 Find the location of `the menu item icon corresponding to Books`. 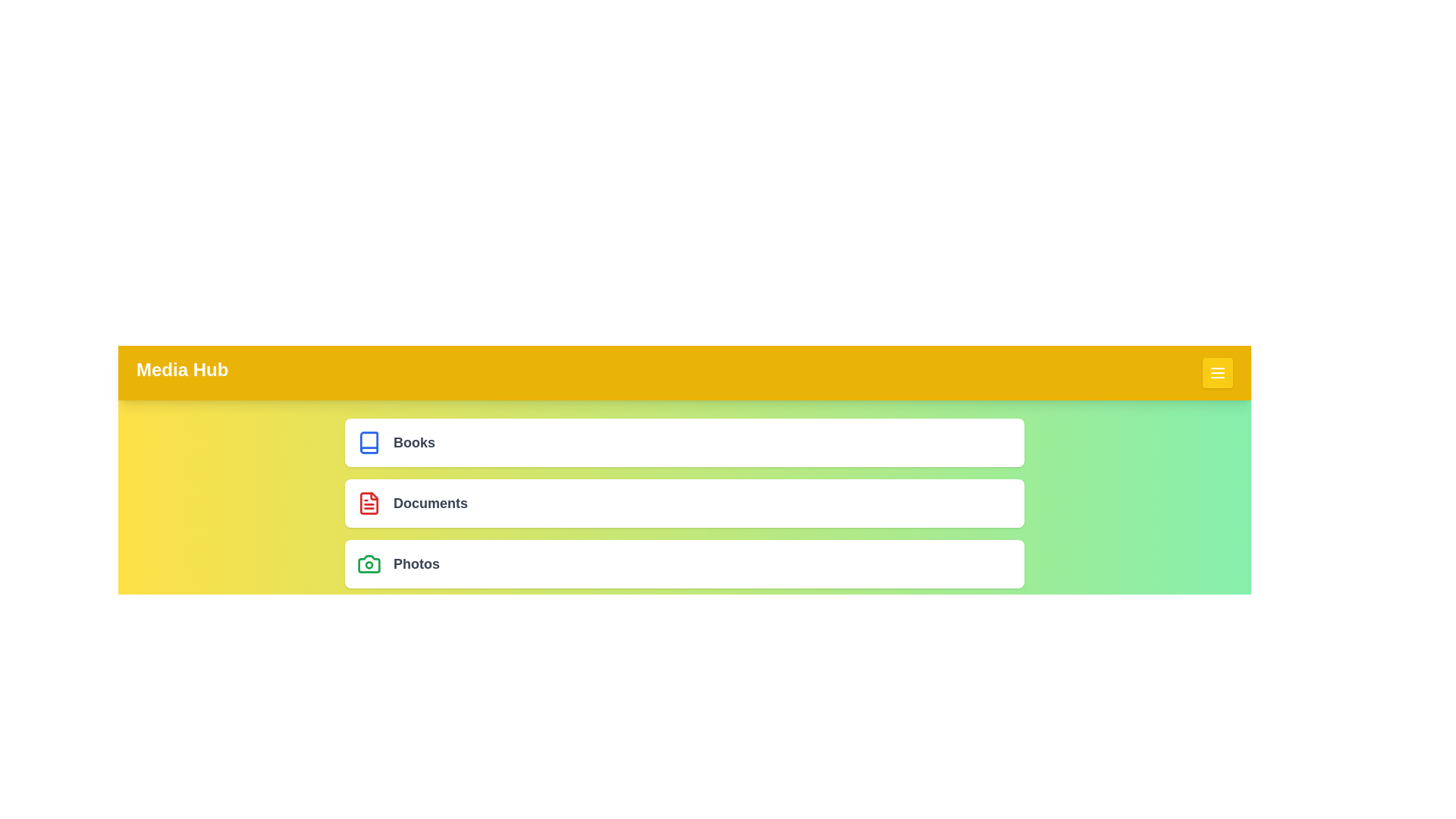

the menu item icon corresponding to Books is located at coordinates (369, 442).